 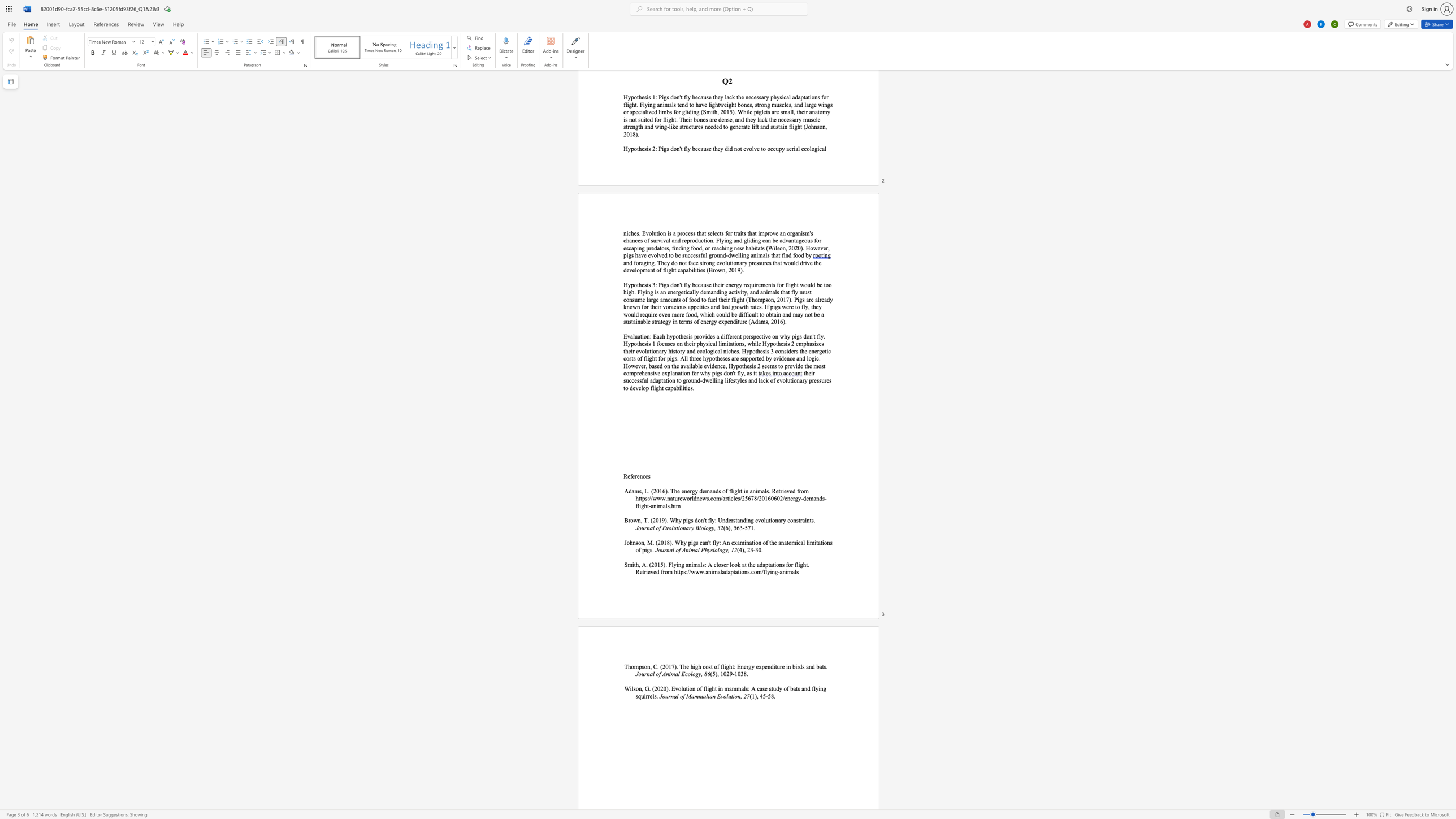 What do you see at coordinates (705, 527) in the screenshot?
I see `the space between the continuous character "l" and "o" in the text` at bounding box center [705, 527].